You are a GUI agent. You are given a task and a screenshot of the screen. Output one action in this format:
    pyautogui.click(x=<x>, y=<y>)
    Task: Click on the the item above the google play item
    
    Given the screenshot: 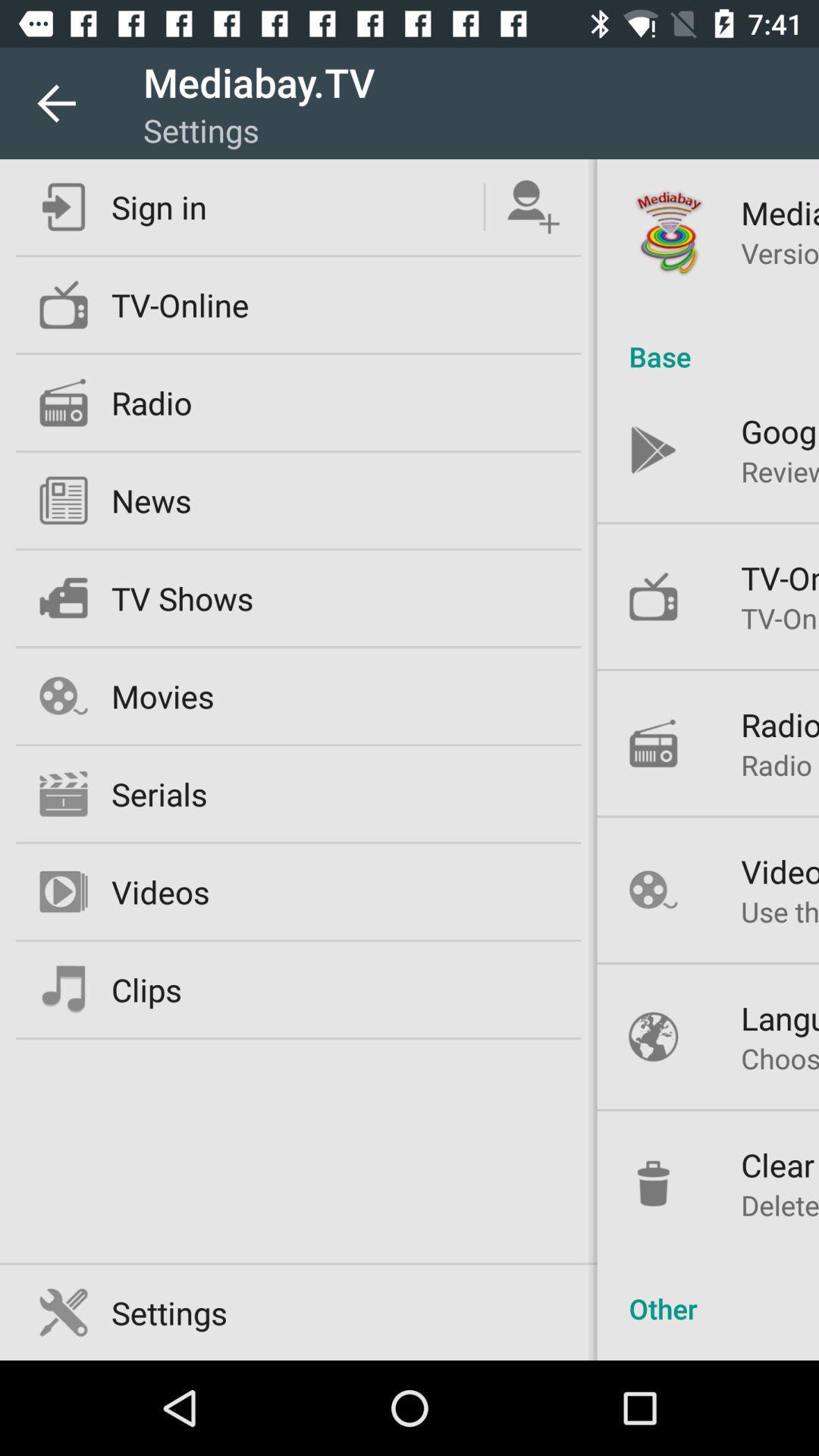 What is the action you would take?
    pyautogui.click(x=708, y=340)
    